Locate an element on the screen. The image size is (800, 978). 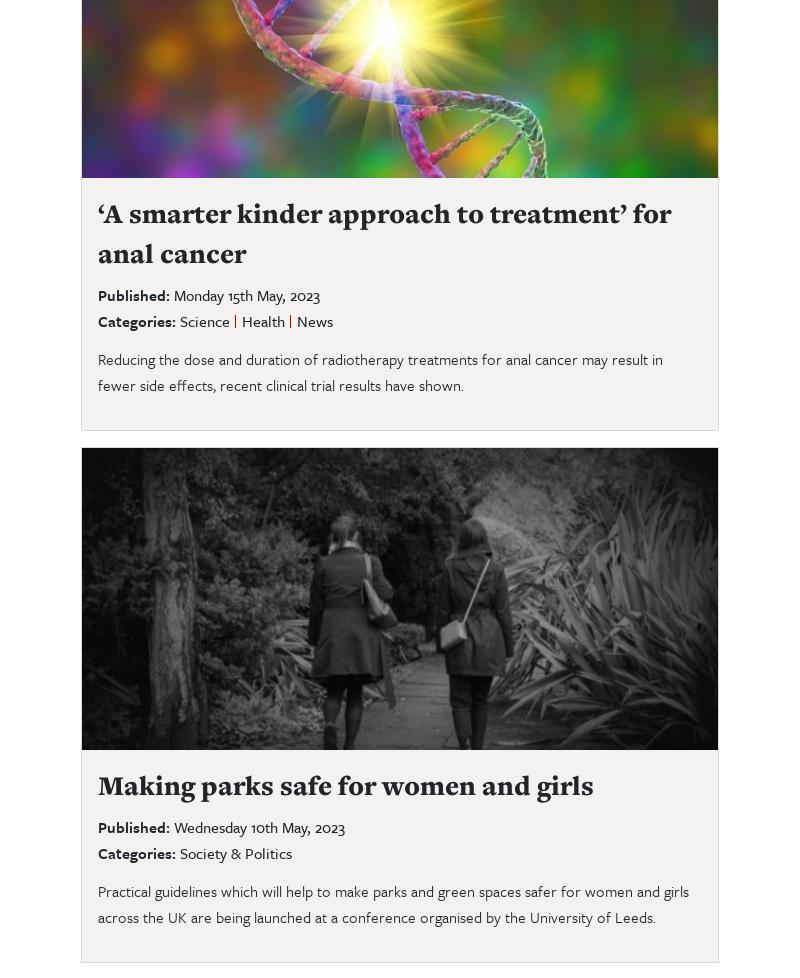
'Reducing the dose and duration of radiotherapy treatments for anal cancer may result in fewer side effects, recent clinical trial results have shown.' is located at coordinates (379, 369).